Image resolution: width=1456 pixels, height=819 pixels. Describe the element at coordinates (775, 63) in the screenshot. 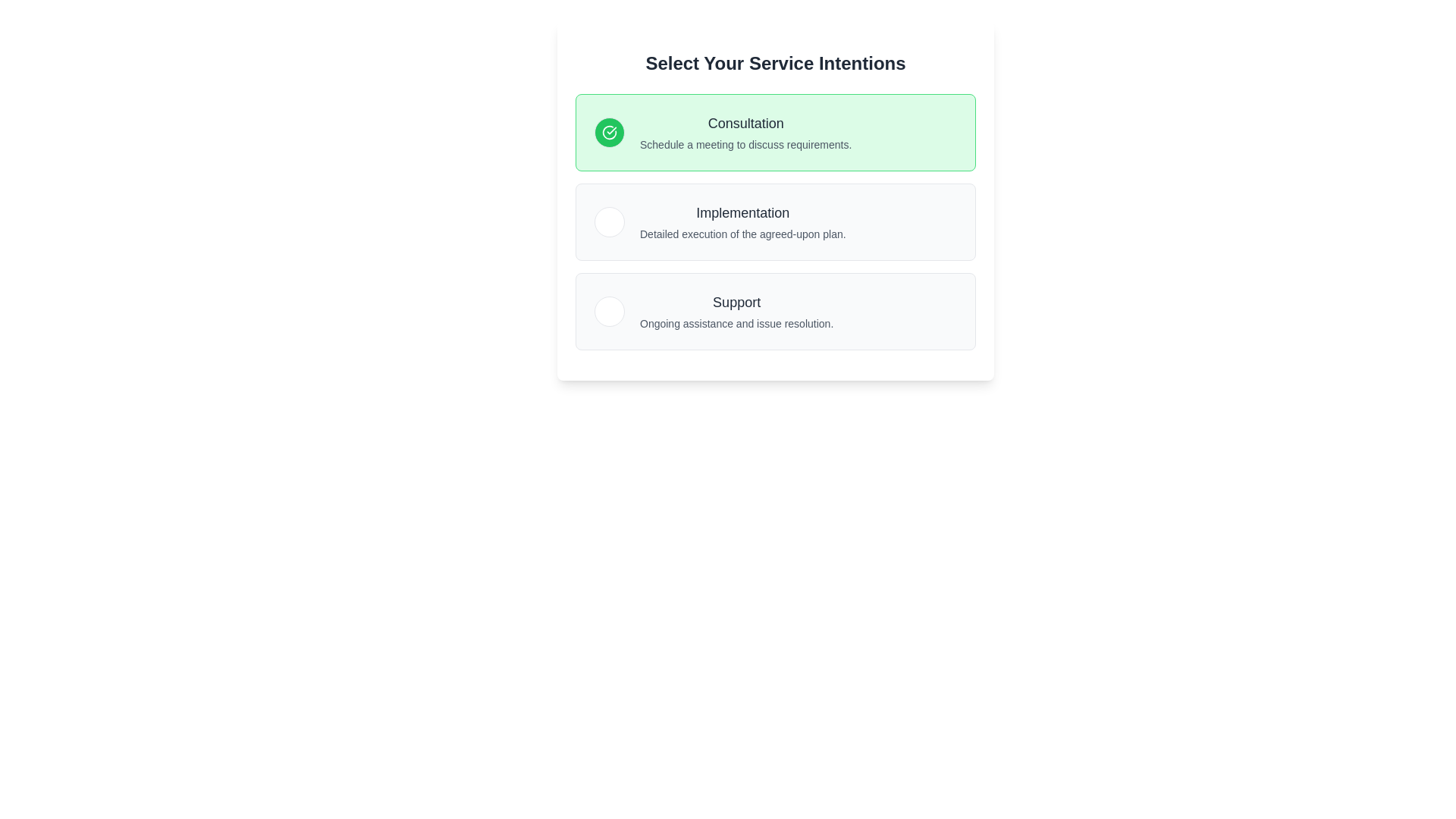

I see `the Header text element that introduces the section and guides the user in making a selection among the listed service intentions` at that location.